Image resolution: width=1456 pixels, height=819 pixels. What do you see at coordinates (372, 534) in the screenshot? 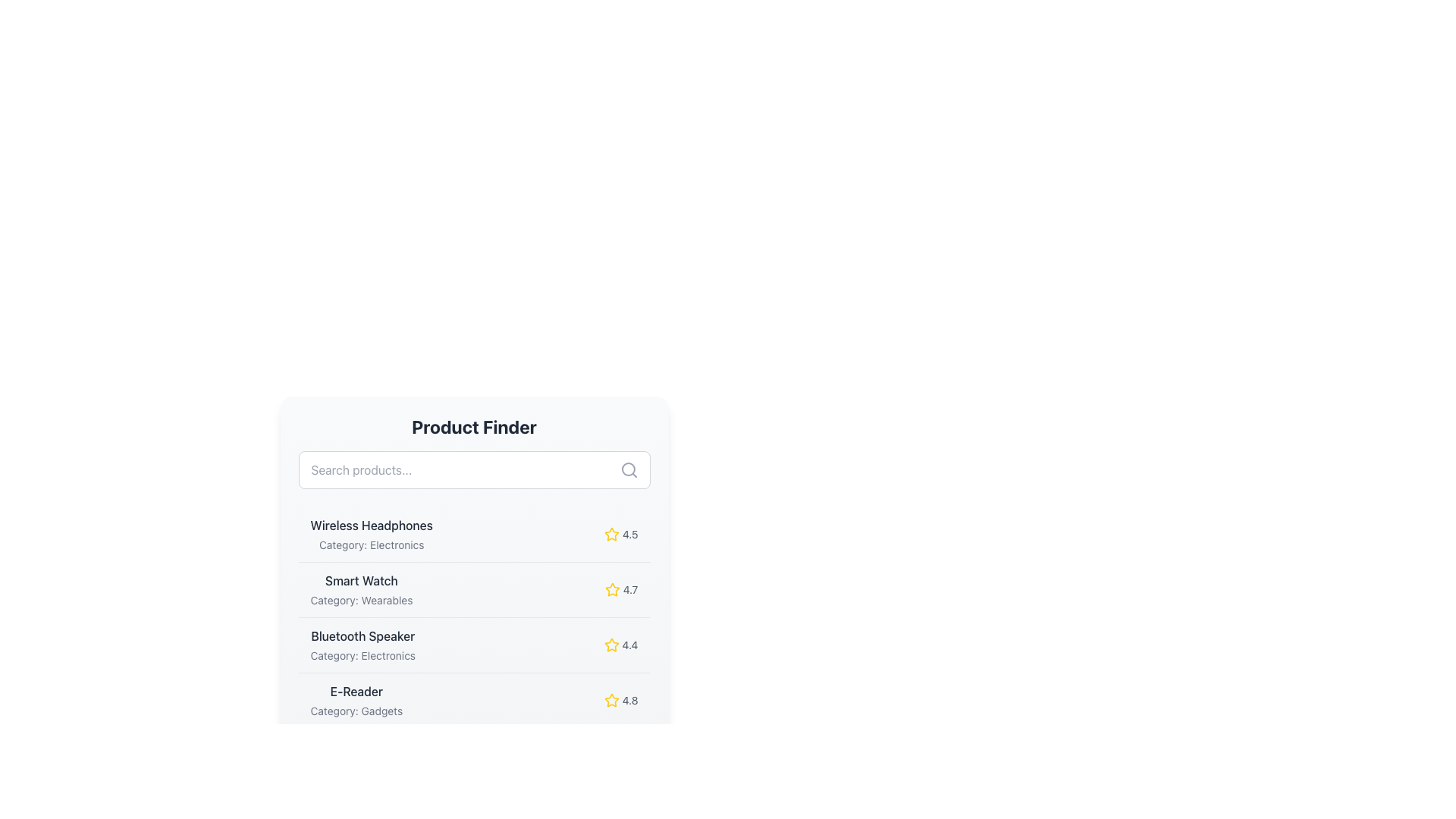
I see `text display element showing the product name 'Wireless Headphones' and category 'Electronics', which is the first item in the Product Finder interface` at bounding box center [372, 534].